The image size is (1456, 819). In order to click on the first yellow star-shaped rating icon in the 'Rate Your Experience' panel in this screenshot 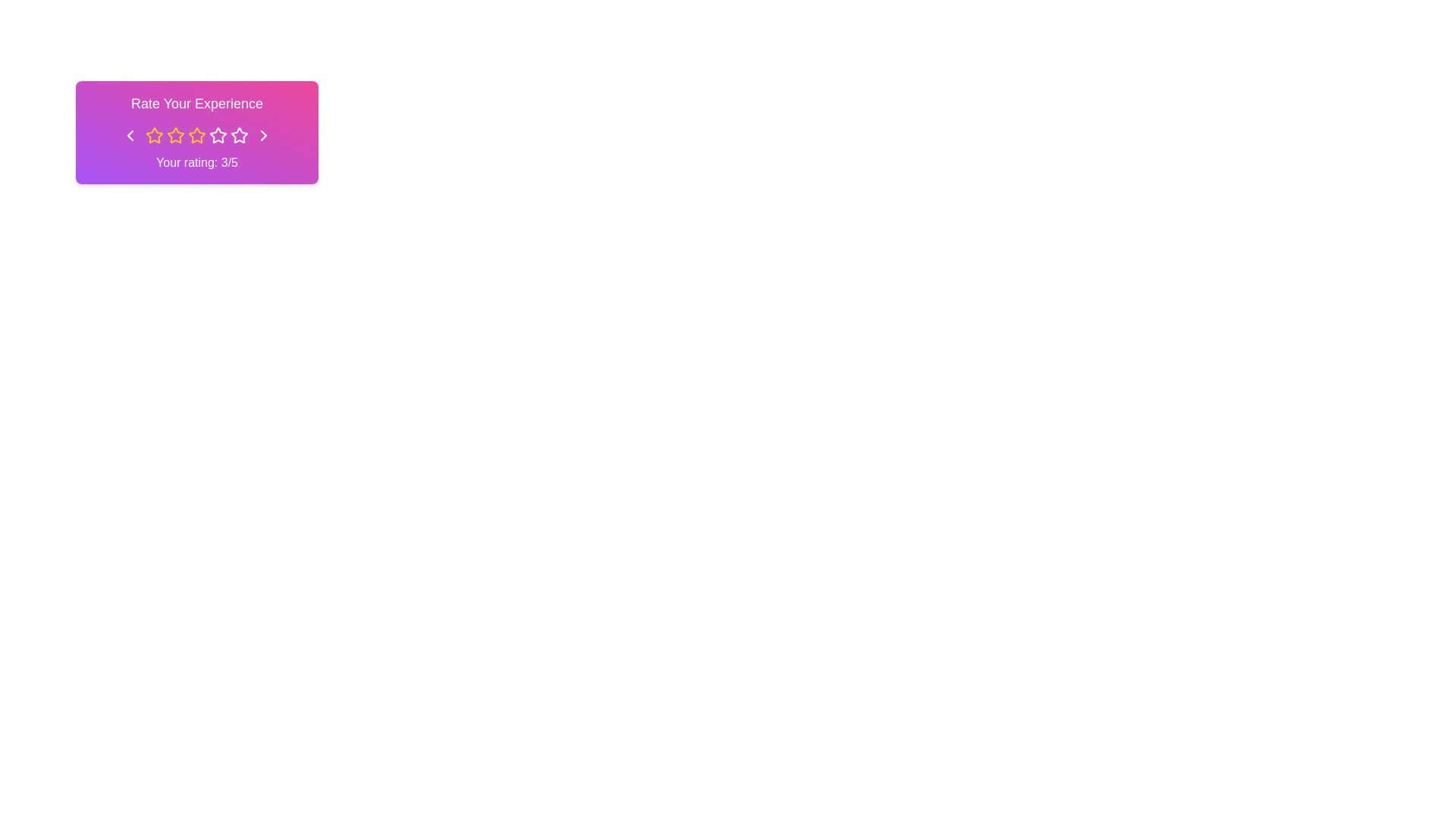, I will do `click(154, 134)`.